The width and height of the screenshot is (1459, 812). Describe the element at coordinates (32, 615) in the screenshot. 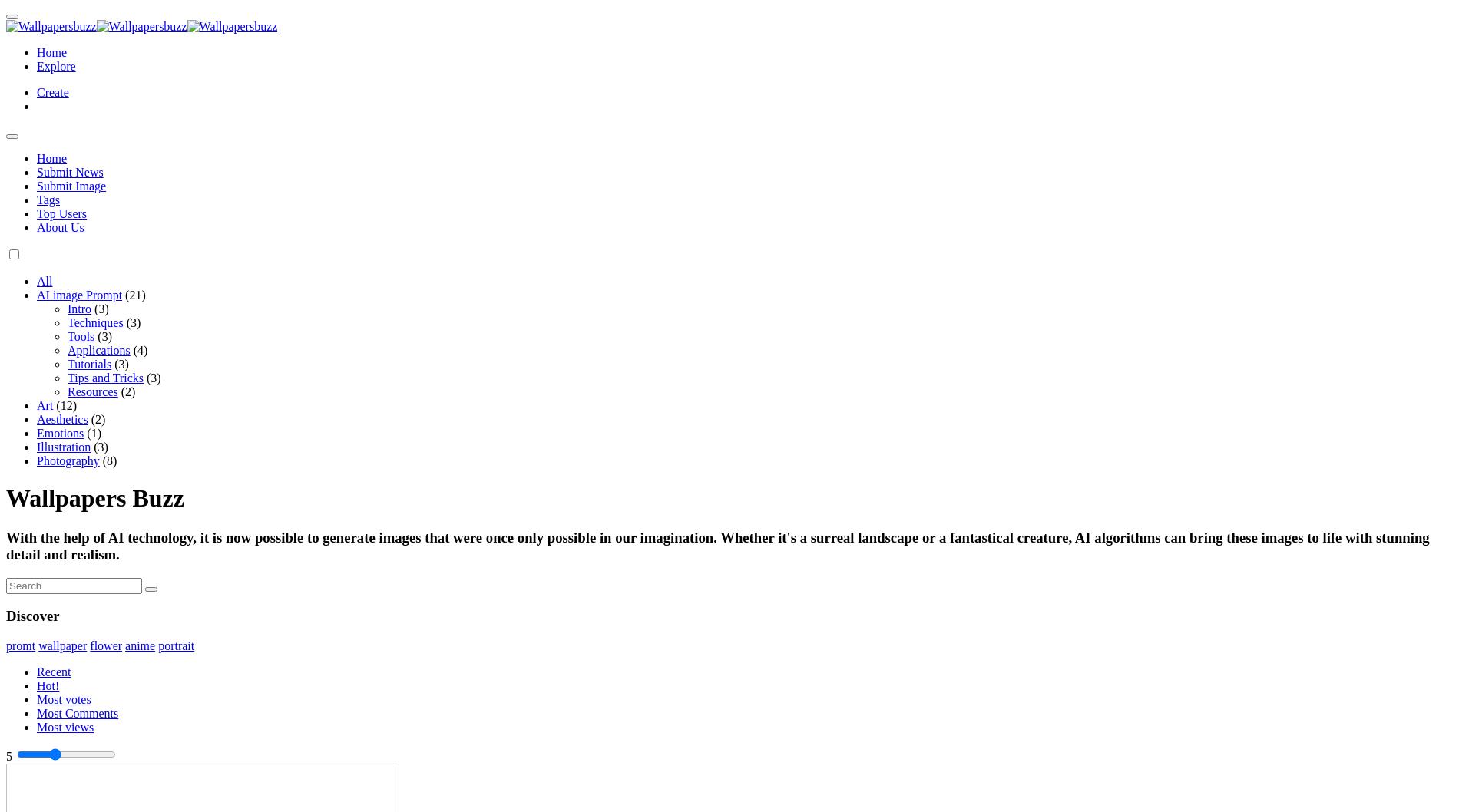

I see `'Discover'` at that location.